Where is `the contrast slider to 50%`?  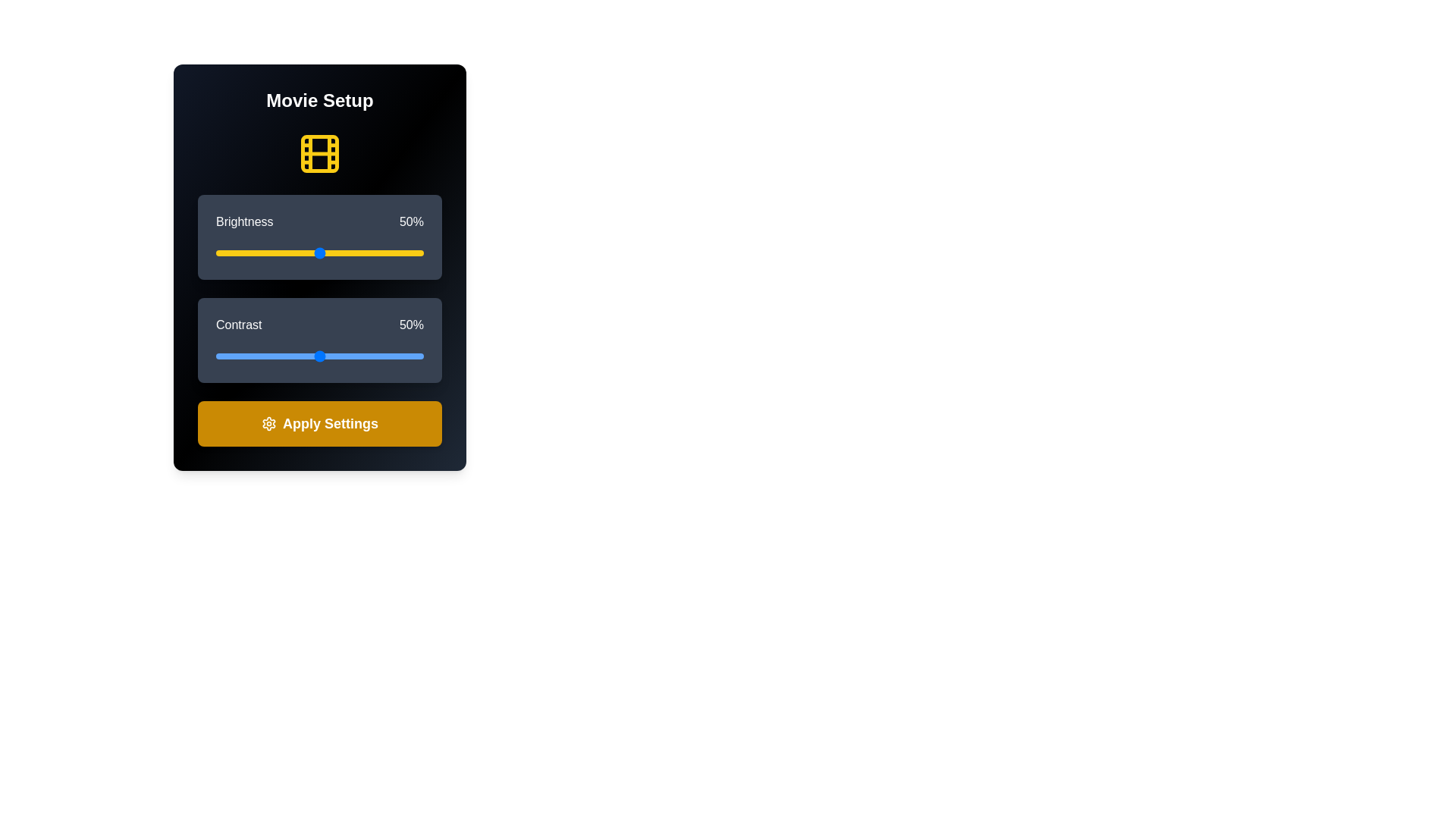 the contrast slider to 50% is located at coordinates (319, 356).